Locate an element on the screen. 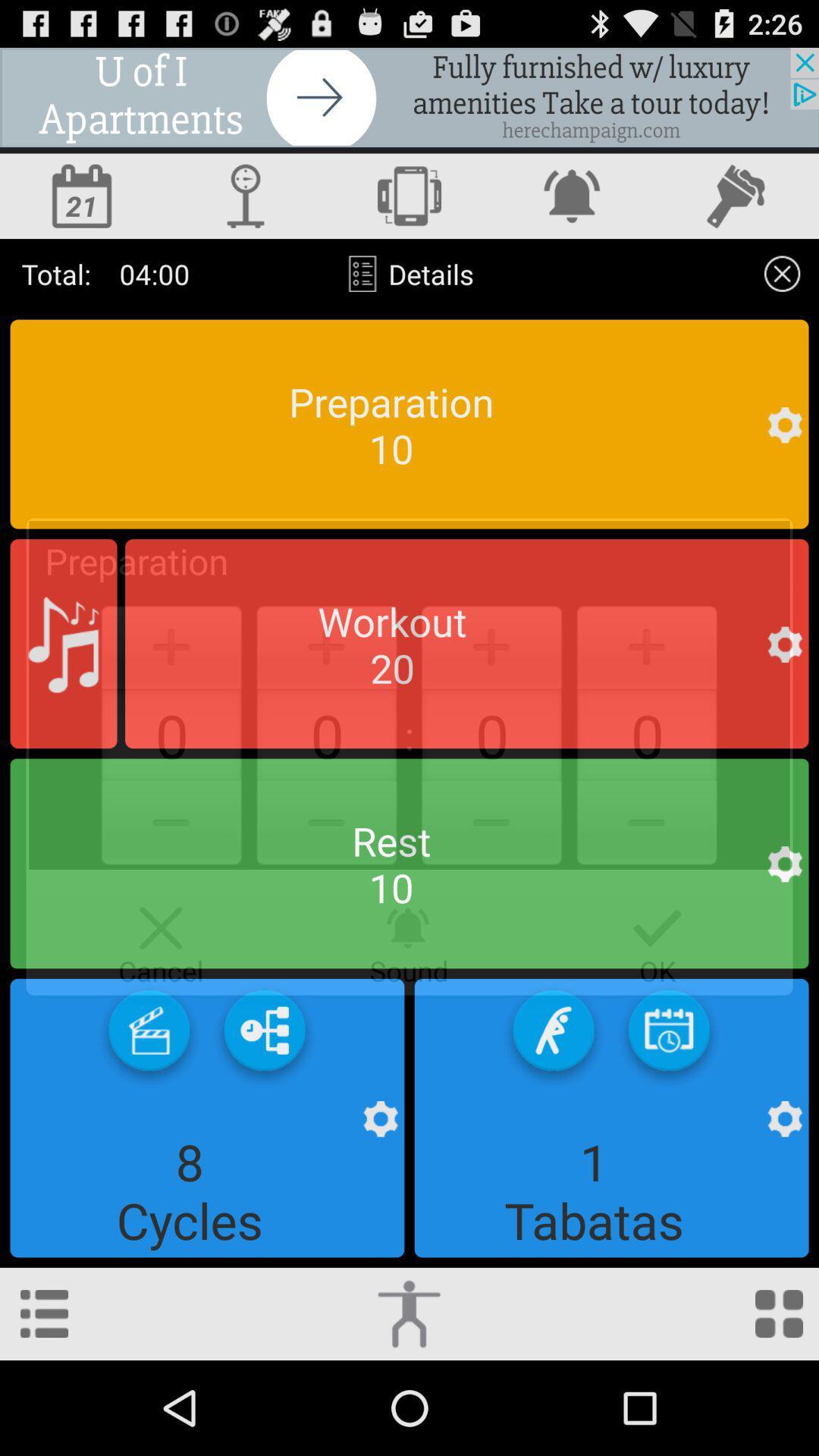  the date_range icon is located at coordinates (82, 209).